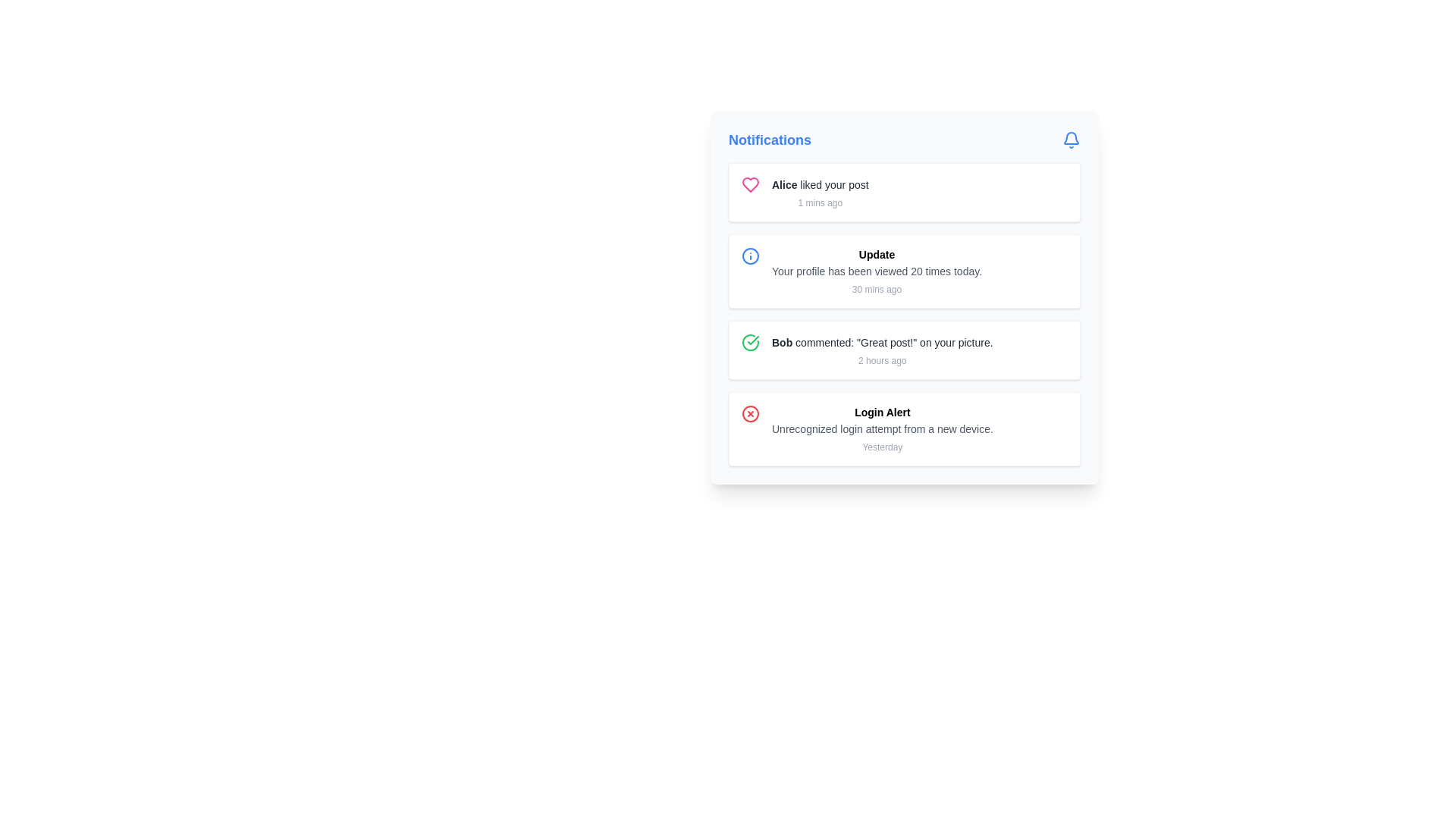 This screenshot has width=1456, height=819. Describe the element at coordinates (905, 429) in the screenshot. I see `the fourth notification card in the notification area that informs about an unrecognized login attempt from a new device` at that location.